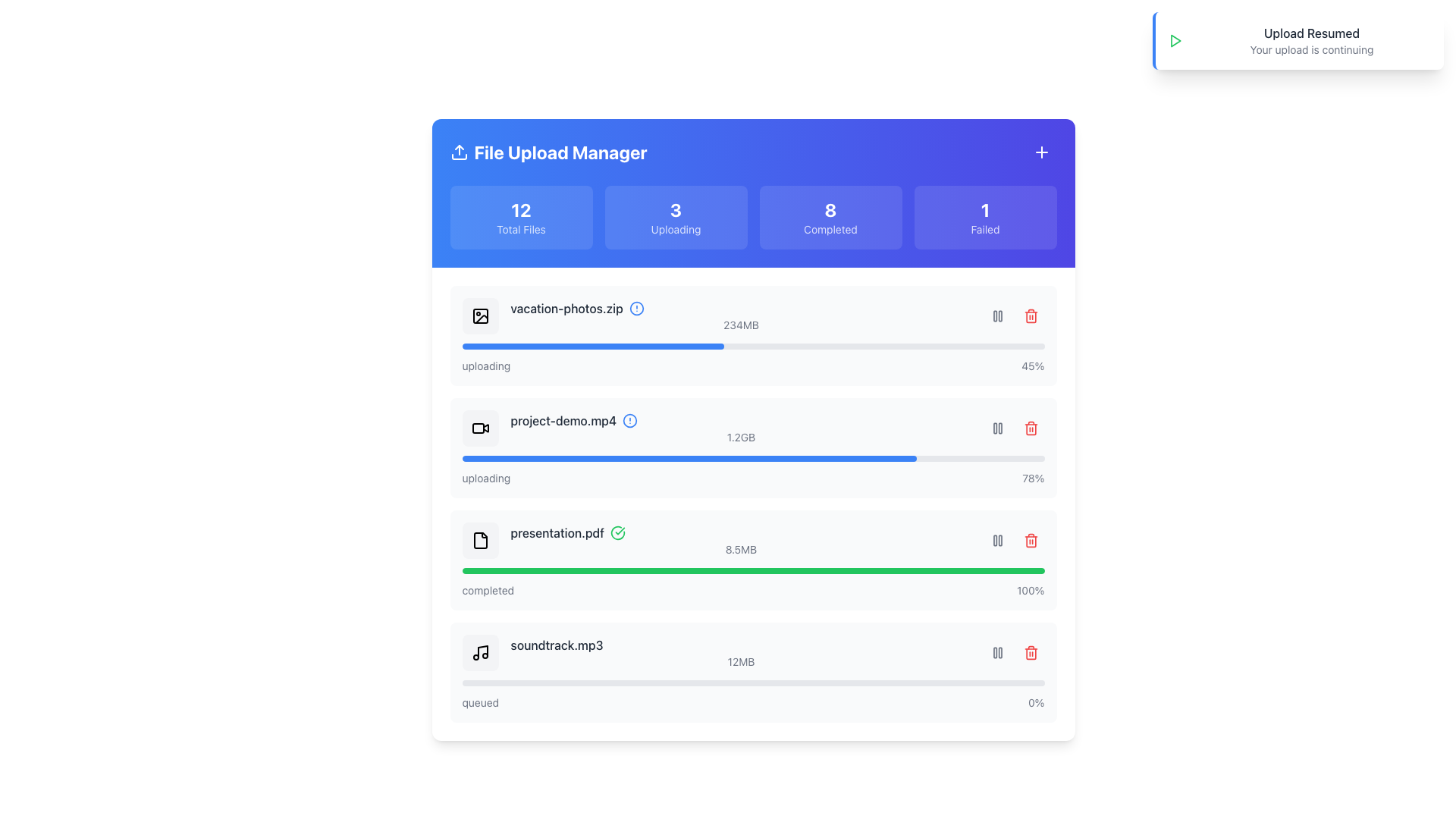  I want to click on the pause button located to the right of 'soundtrack.mp3' in the file list, so click(997, 651).